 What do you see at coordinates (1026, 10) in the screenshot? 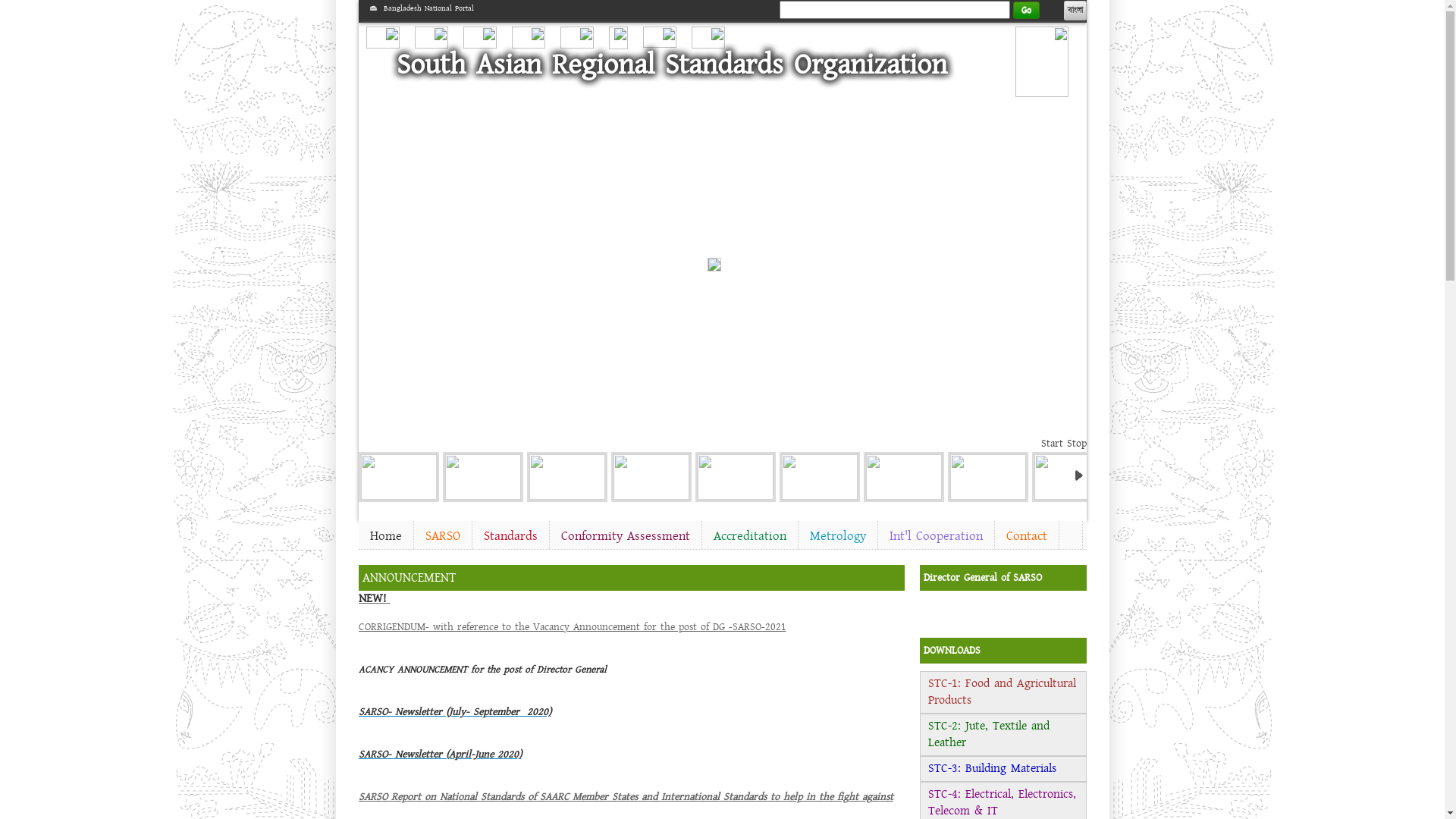
I see `'Go'` at bounding box center [1026, 10].